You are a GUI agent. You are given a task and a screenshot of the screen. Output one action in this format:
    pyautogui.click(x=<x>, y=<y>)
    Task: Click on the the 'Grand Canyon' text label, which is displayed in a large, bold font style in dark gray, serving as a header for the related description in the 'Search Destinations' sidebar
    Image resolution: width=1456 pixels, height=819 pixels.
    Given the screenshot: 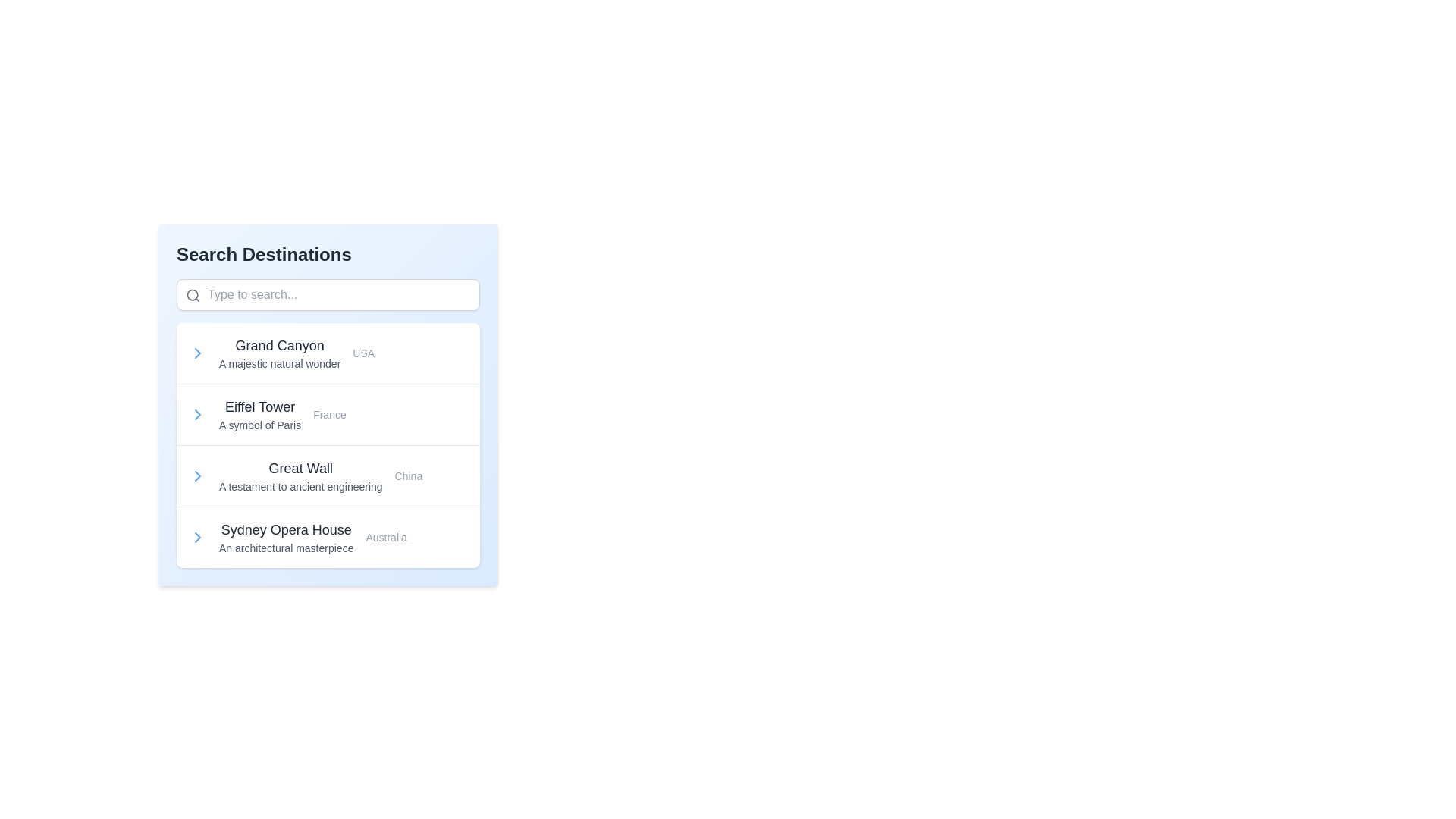 What is the action you would take?
    pyautogui.click(x=280, y=345)
    